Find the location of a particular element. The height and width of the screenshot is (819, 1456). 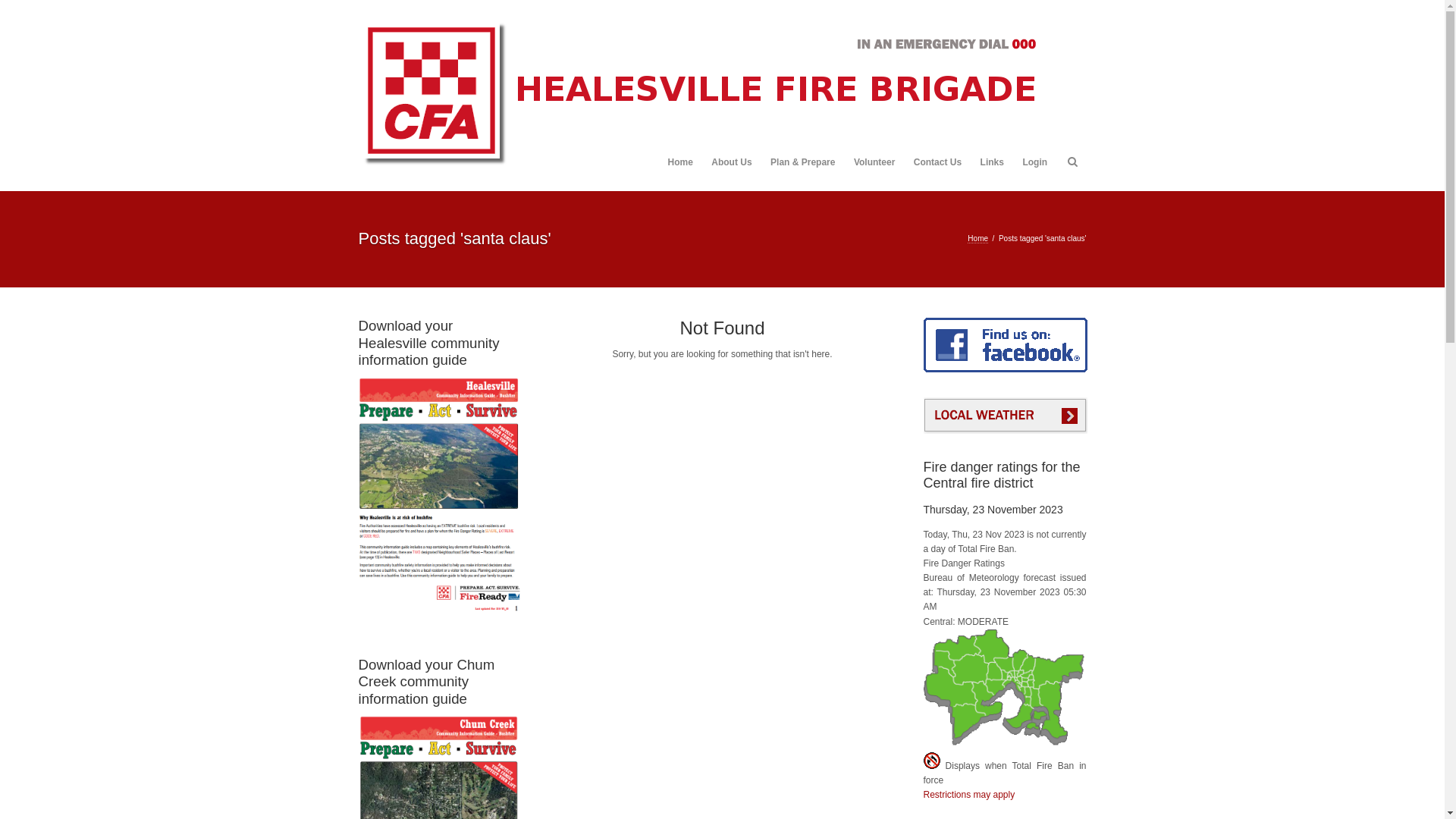

'Plan & Prepare' is located at coordinates (802, 162).